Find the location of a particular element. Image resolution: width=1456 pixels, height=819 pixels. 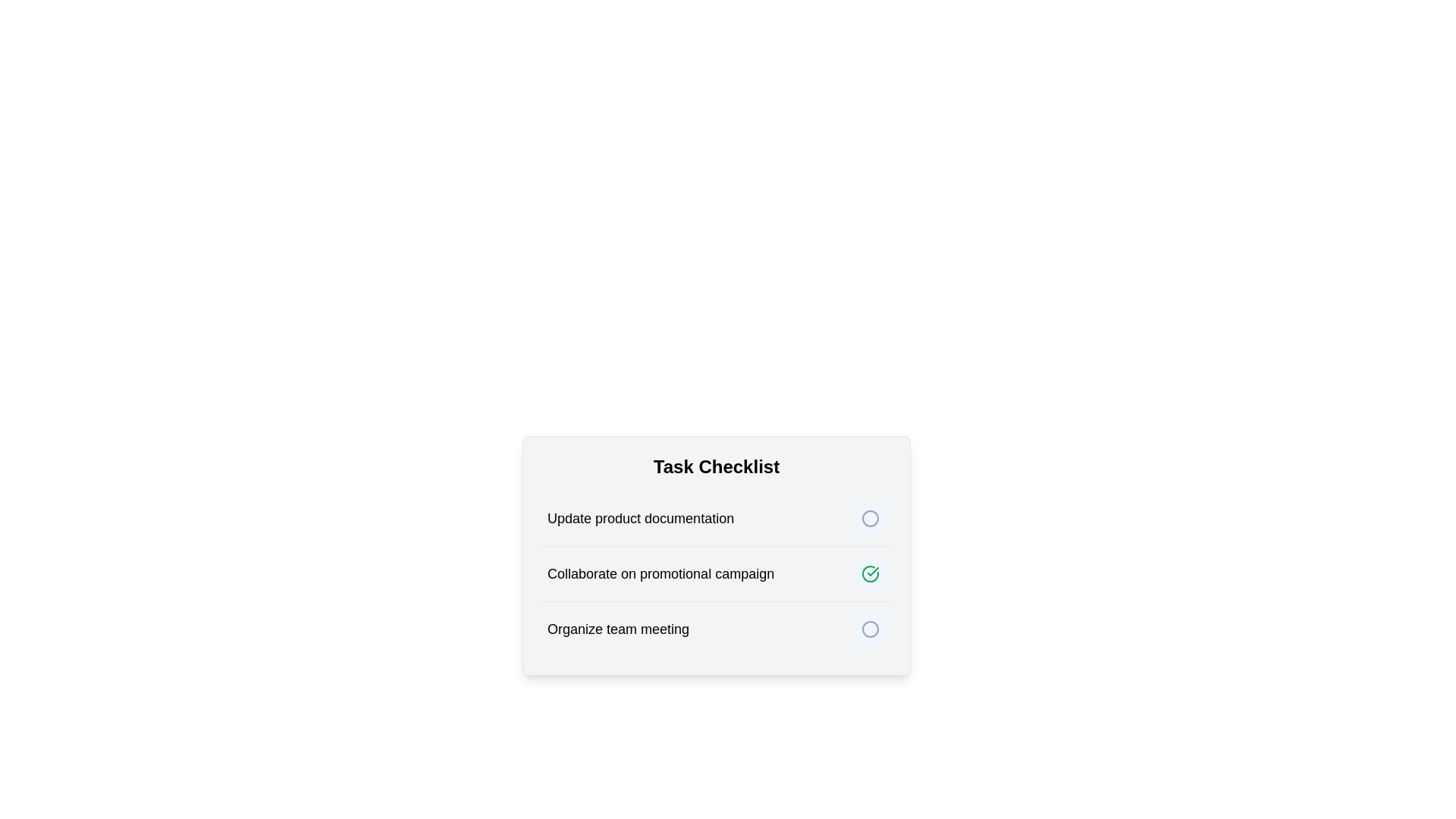

the circular SVG element, which resembles a checkbox, located at the bottom right corner of the checklist card next to the text 'Organize team meeting' is located at coordinates (870, 629).